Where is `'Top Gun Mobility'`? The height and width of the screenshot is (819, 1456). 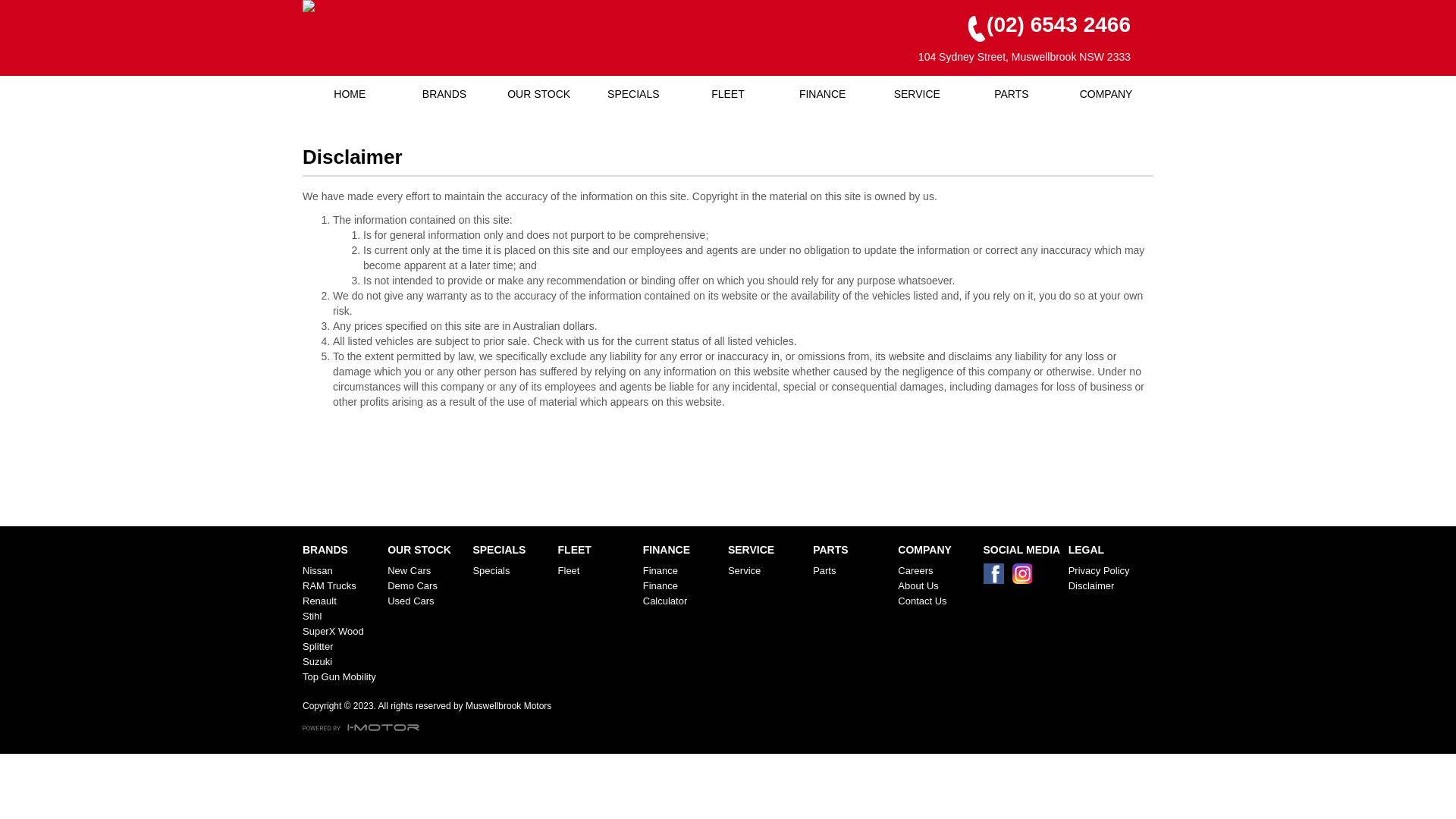 'Top Gun Mobility' is located at coordinates (341, 676).